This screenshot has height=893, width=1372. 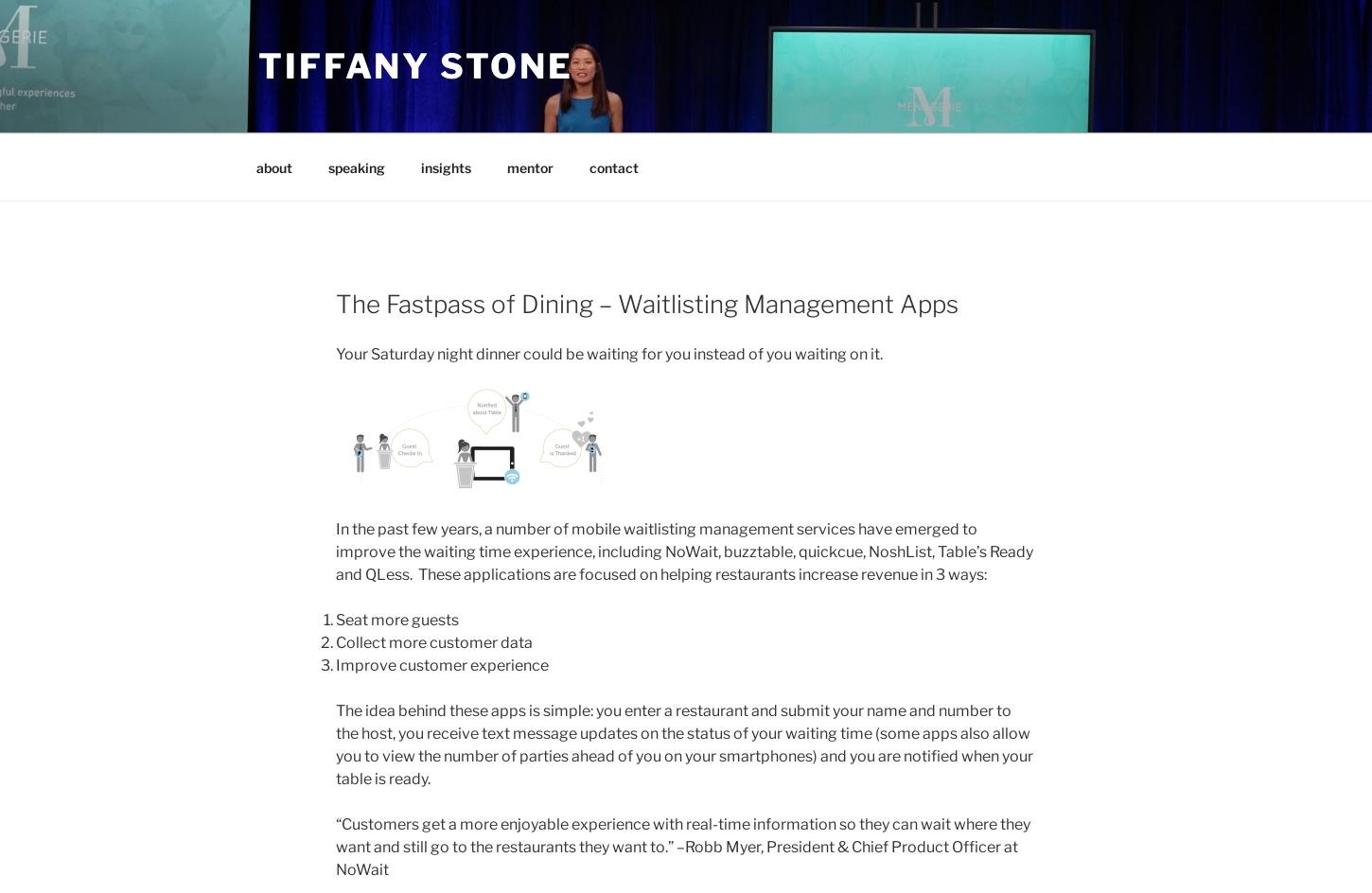 What do you see at coordinates (681, 845) in the screenshot?
I see `'“Customers get a more enjoyable experience with real-time information so they can wait where they want and still go to the restaurants they want to.” –Robb Myer, President & Chief Product Officer at NoWait'` at bounding box center [681, 845].